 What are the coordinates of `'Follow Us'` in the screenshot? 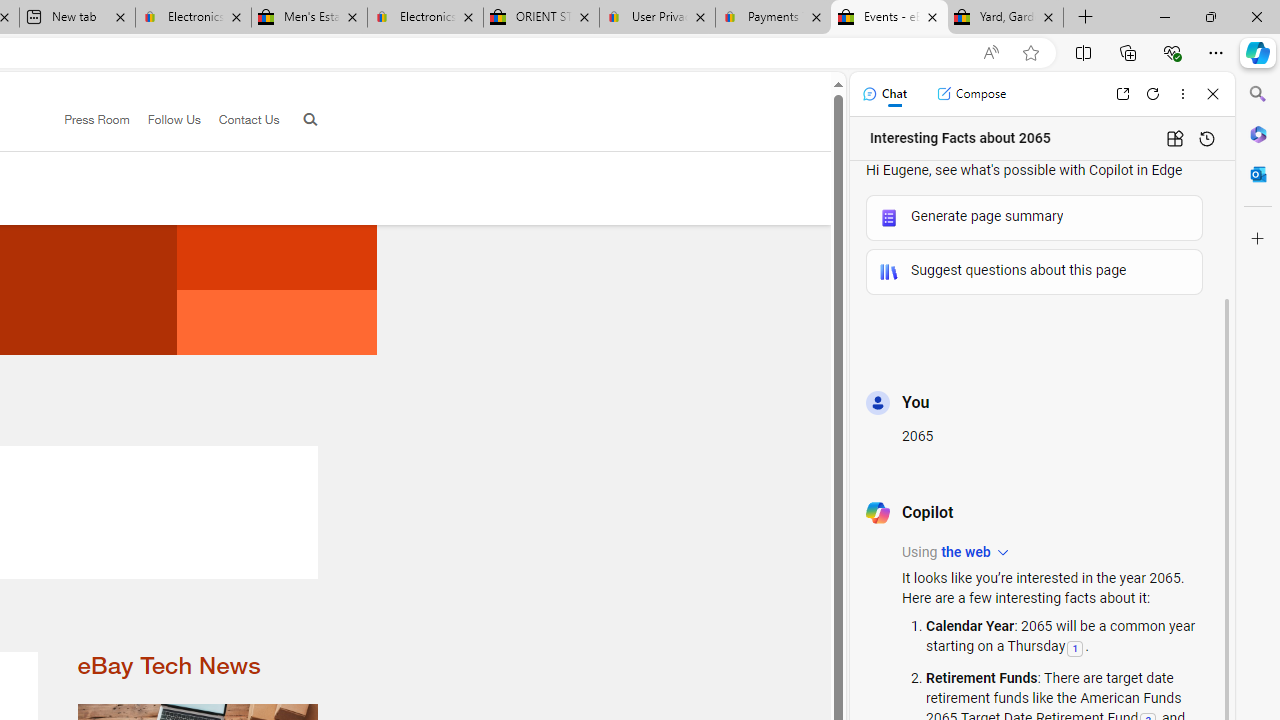 It's located at (174, 119).